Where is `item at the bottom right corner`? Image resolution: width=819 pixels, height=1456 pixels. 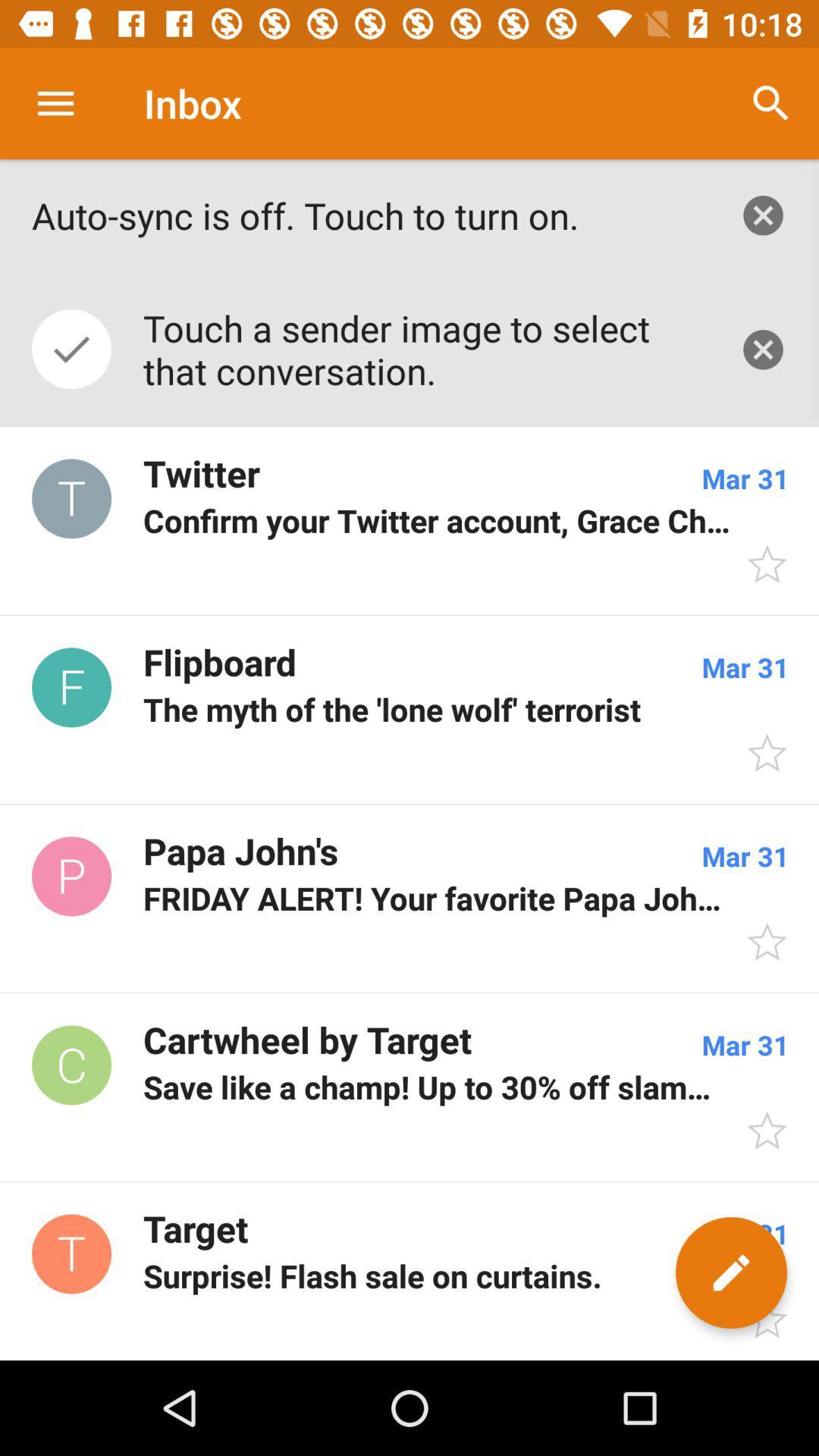
item at the bottom right corner is located at coordinates (730, 1272).